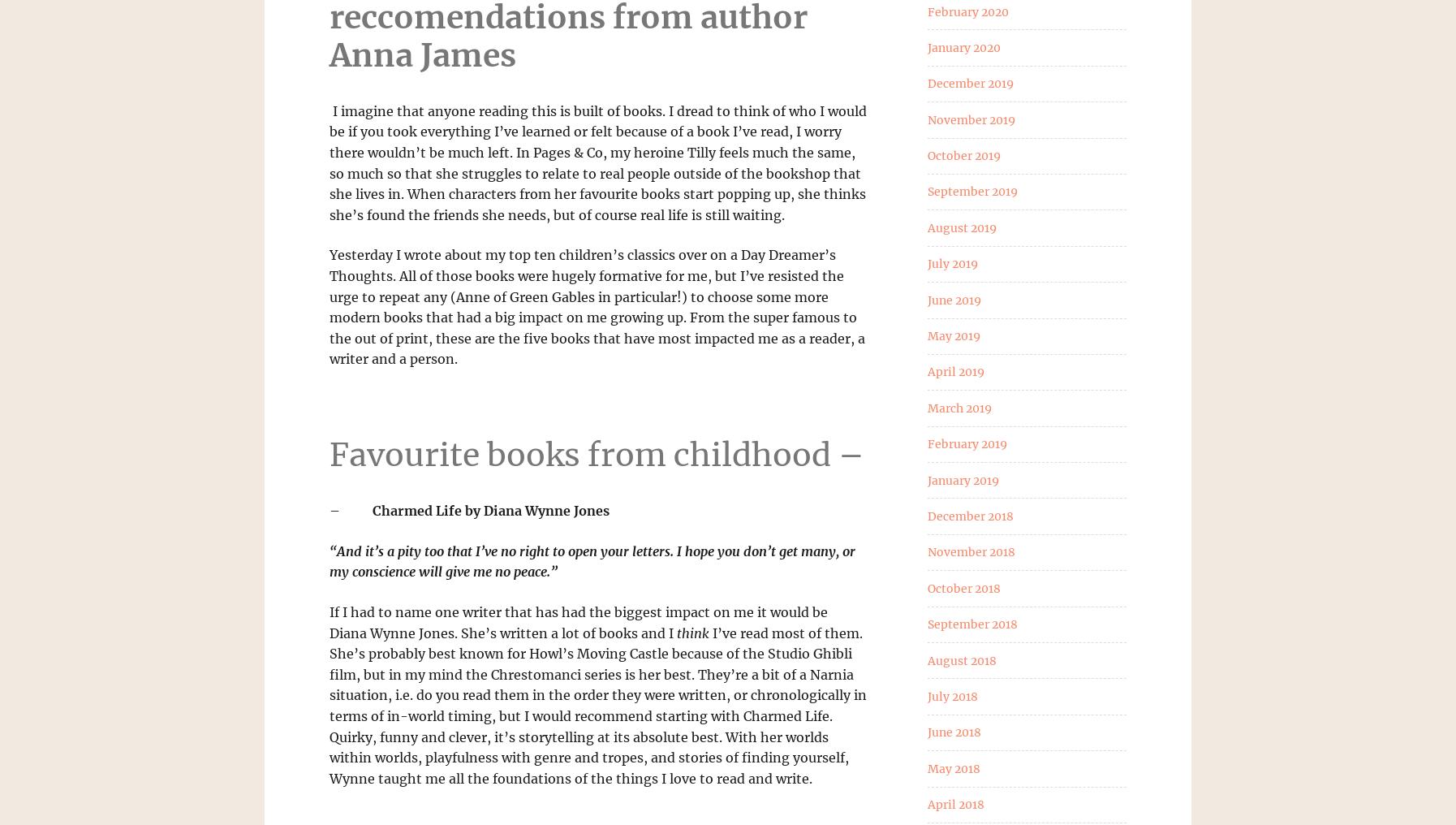 The image size is (1456, 825). I want to click on 'April 2019', so click(954, 372).